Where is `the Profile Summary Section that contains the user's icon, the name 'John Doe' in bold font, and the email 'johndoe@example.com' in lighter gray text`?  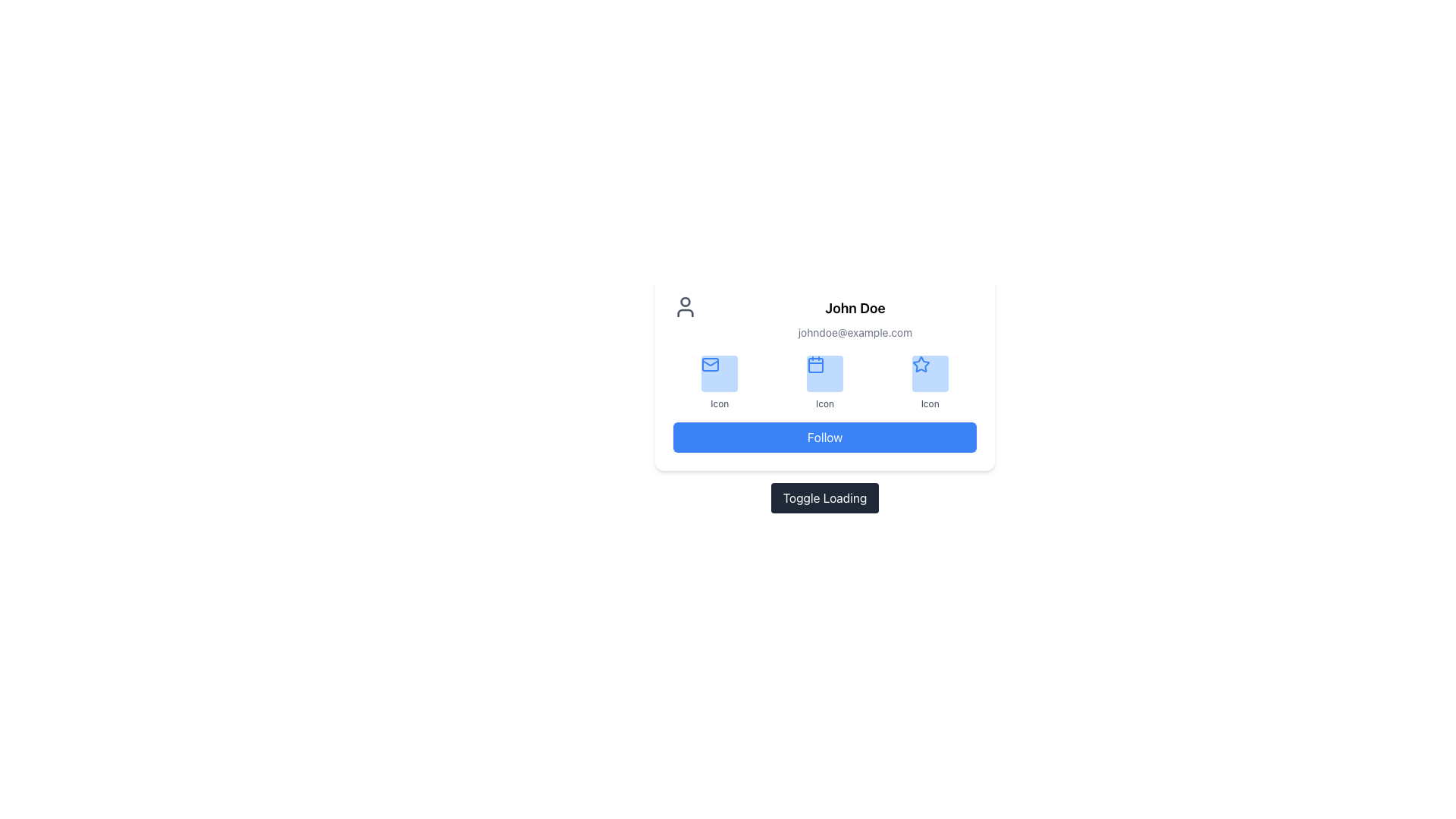
the Profile Summary Section that contains the user's icon, the name 'John Doe' in bold font, and the email 'johndoe@example.com' in lighter gray text is located at coordinates (824, 318).